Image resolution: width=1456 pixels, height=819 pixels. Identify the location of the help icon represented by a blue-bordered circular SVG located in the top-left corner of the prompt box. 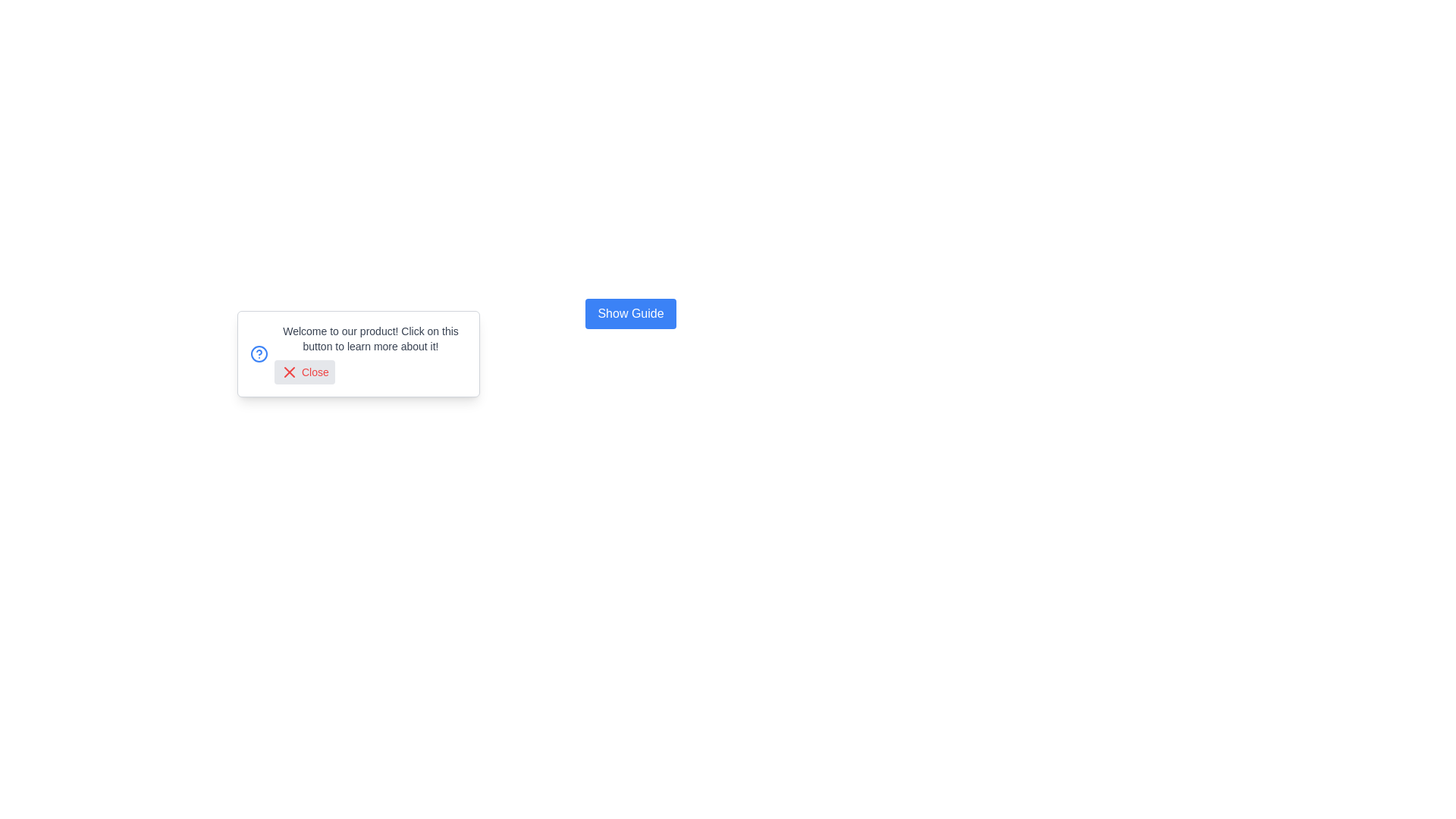
(259, 353).